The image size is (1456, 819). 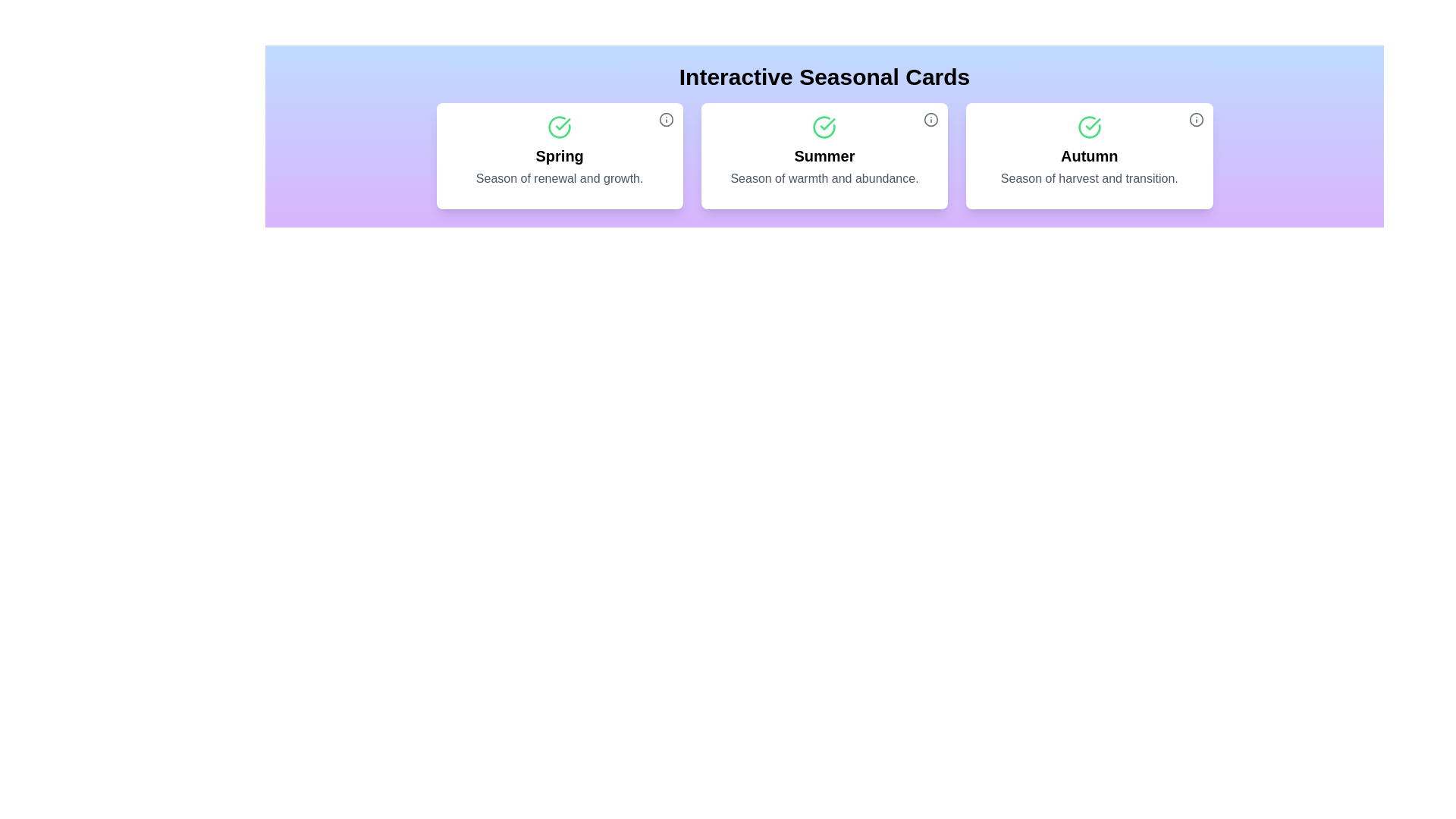 I want to click on the label indicating the seasonal theme 'Autumn' located at the top center of the third card in a sequence of seasonal information cards, so click(x=1088, y=155).